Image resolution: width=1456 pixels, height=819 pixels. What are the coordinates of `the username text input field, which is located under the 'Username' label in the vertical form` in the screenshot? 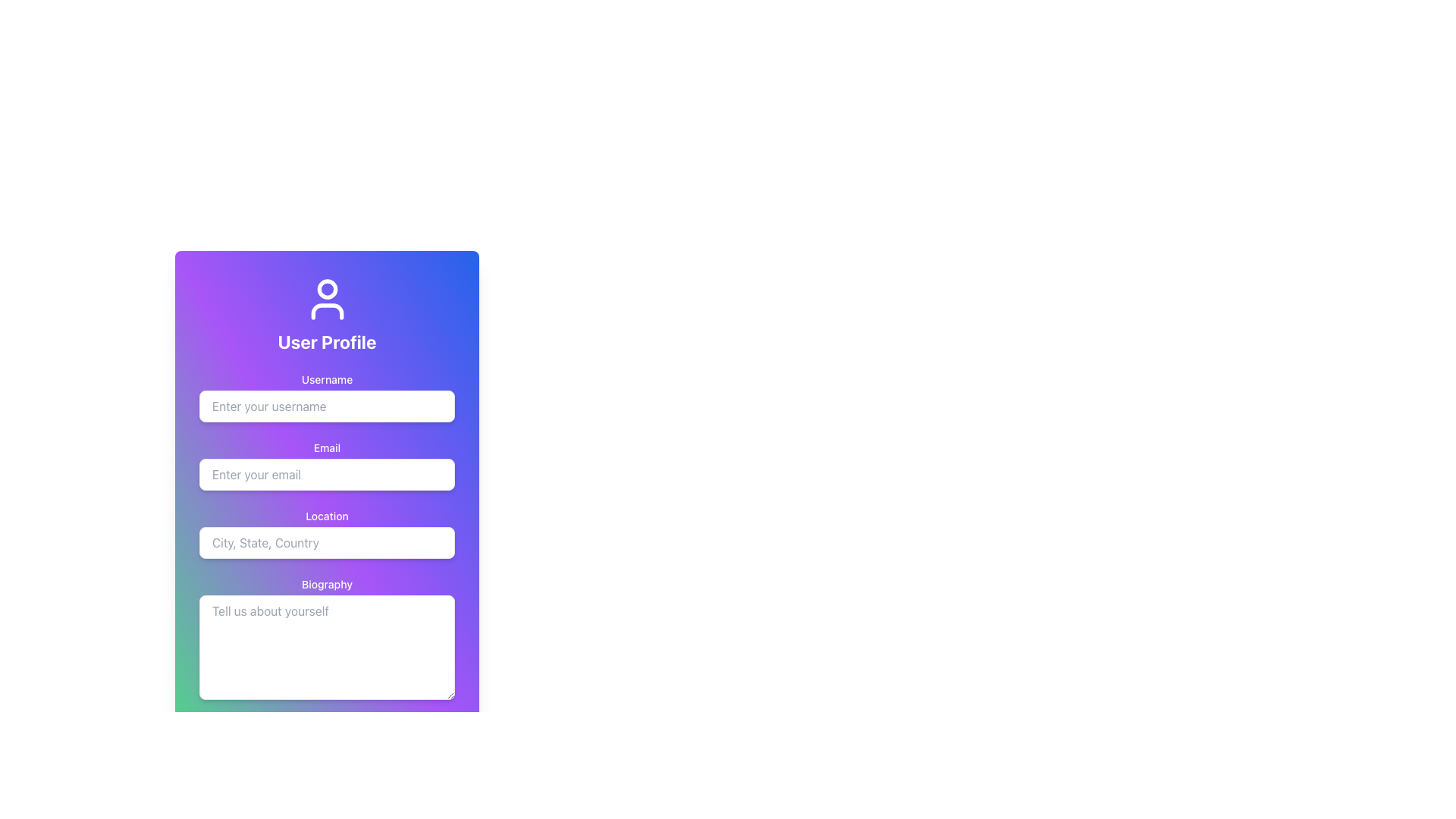 It's located at (326, 397).